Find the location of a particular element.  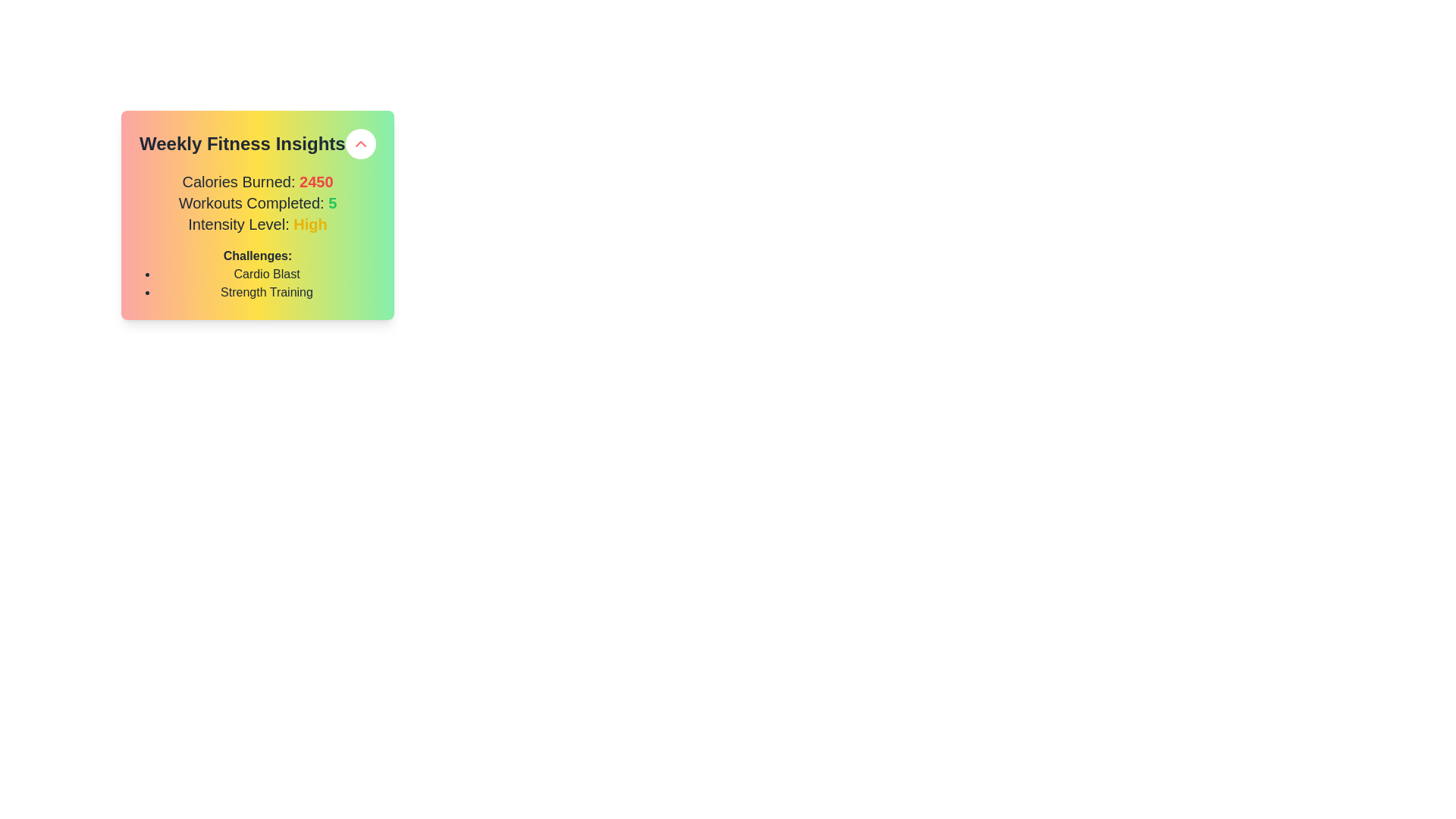

the numeric value '2450' displayed in bold red font within the text string 'Calories Burned: 2450' on the colorful gradient background of the 'Weekly Fitness Insights' card is located at coordinates (315, 180).